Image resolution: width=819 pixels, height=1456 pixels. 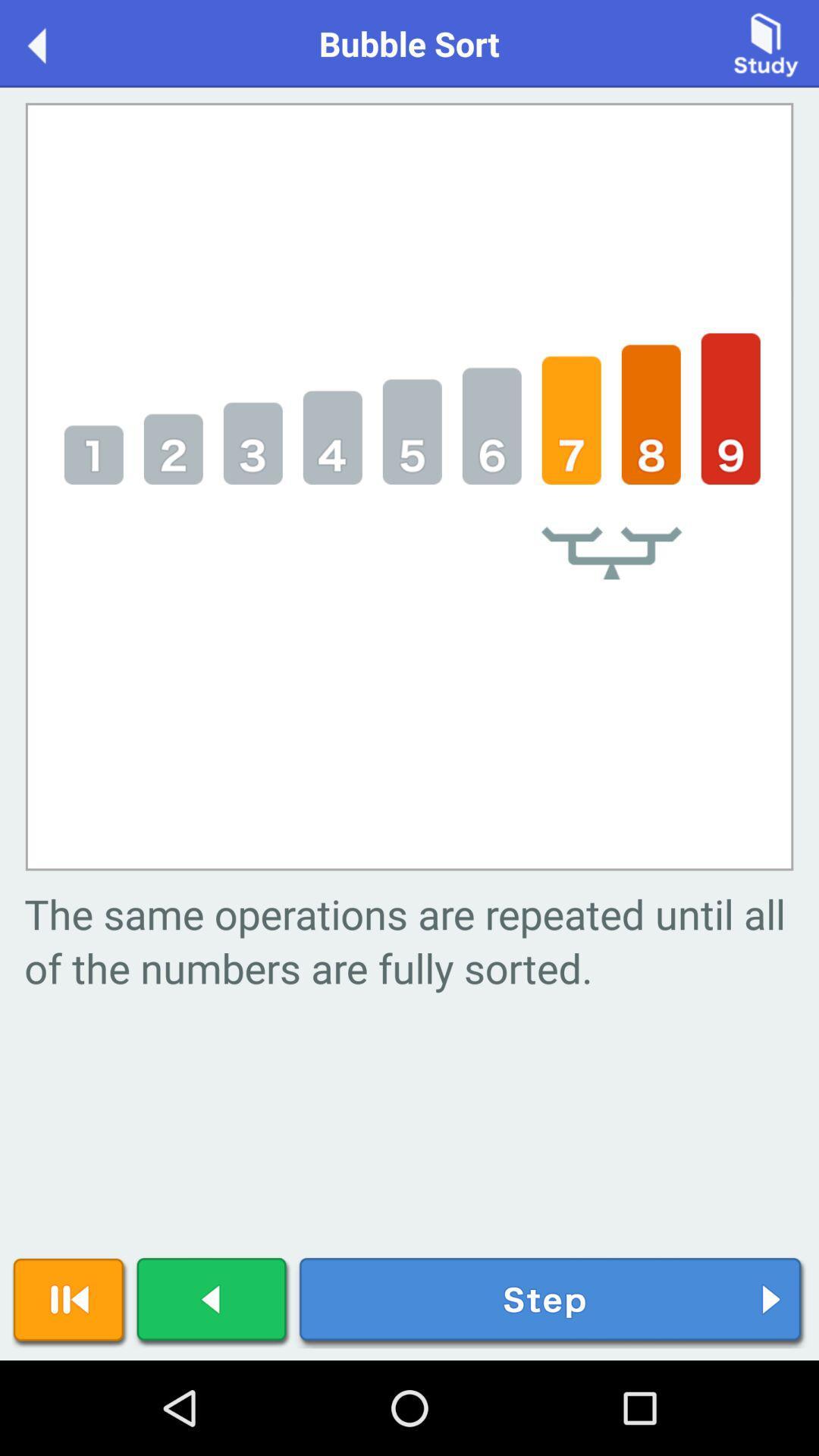 What do you see at coordinates (766, 42) in the screenshot?
I see `the item to the right of bubble sort icon` at bounding box center [766, 42].